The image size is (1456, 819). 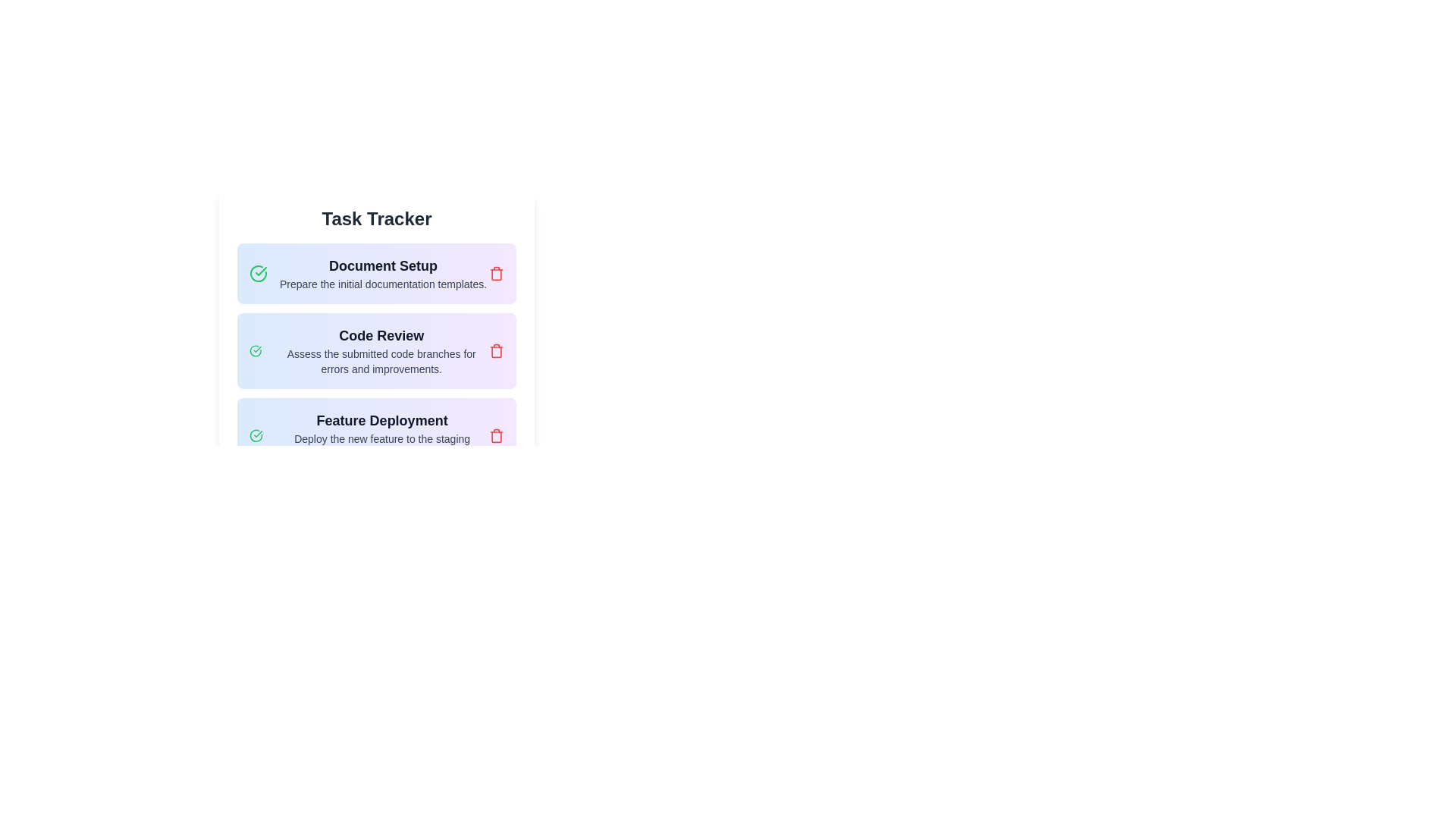 I want to click on the title text of the second task item in the 'Task Tracker' card block, which serves as a concise label for the task described below, so click(x=381, y=335).